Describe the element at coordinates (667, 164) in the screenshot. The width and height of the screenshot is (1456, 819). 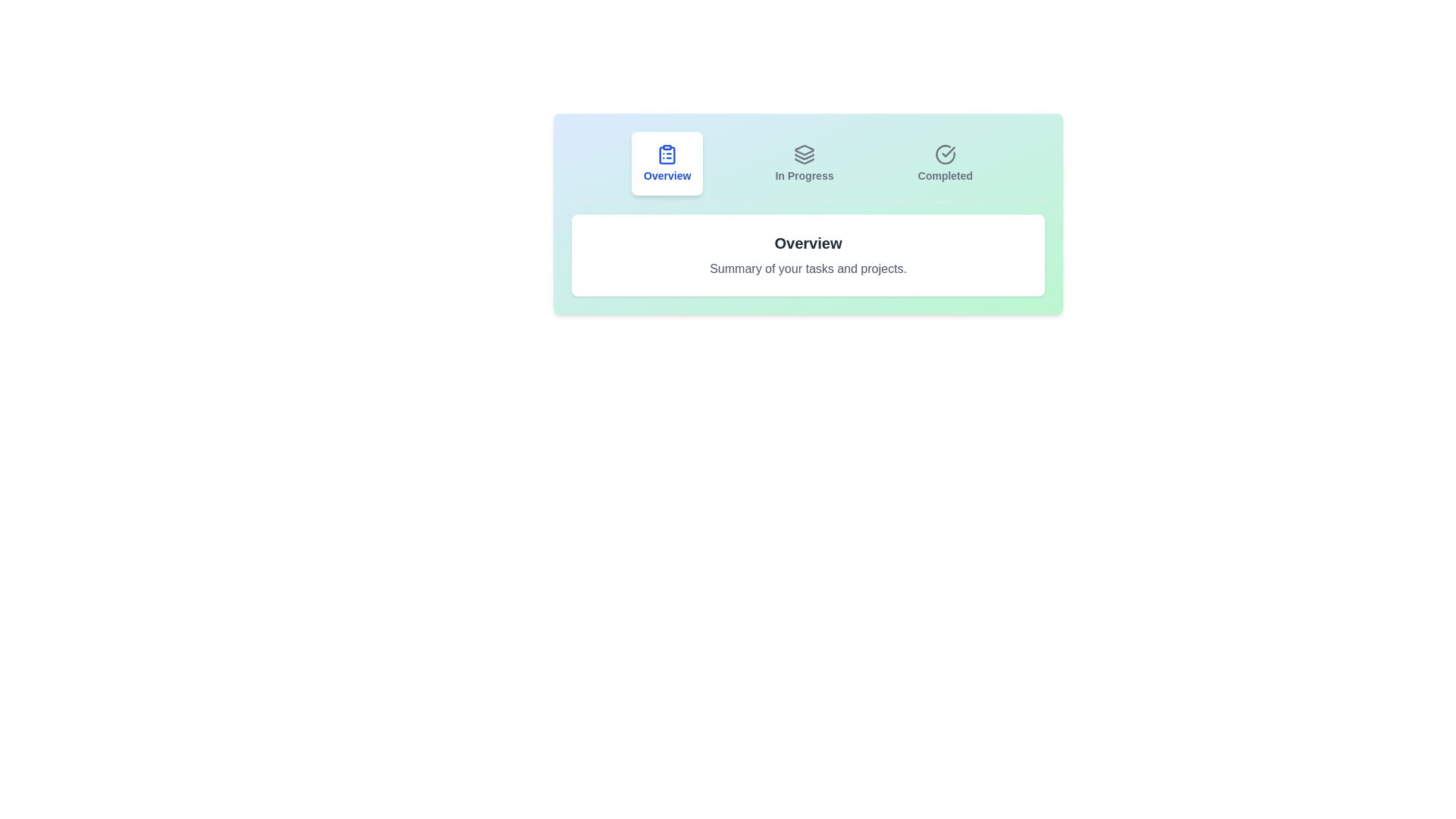
I see `the tab labeled Overview to view its summary text` at that location.